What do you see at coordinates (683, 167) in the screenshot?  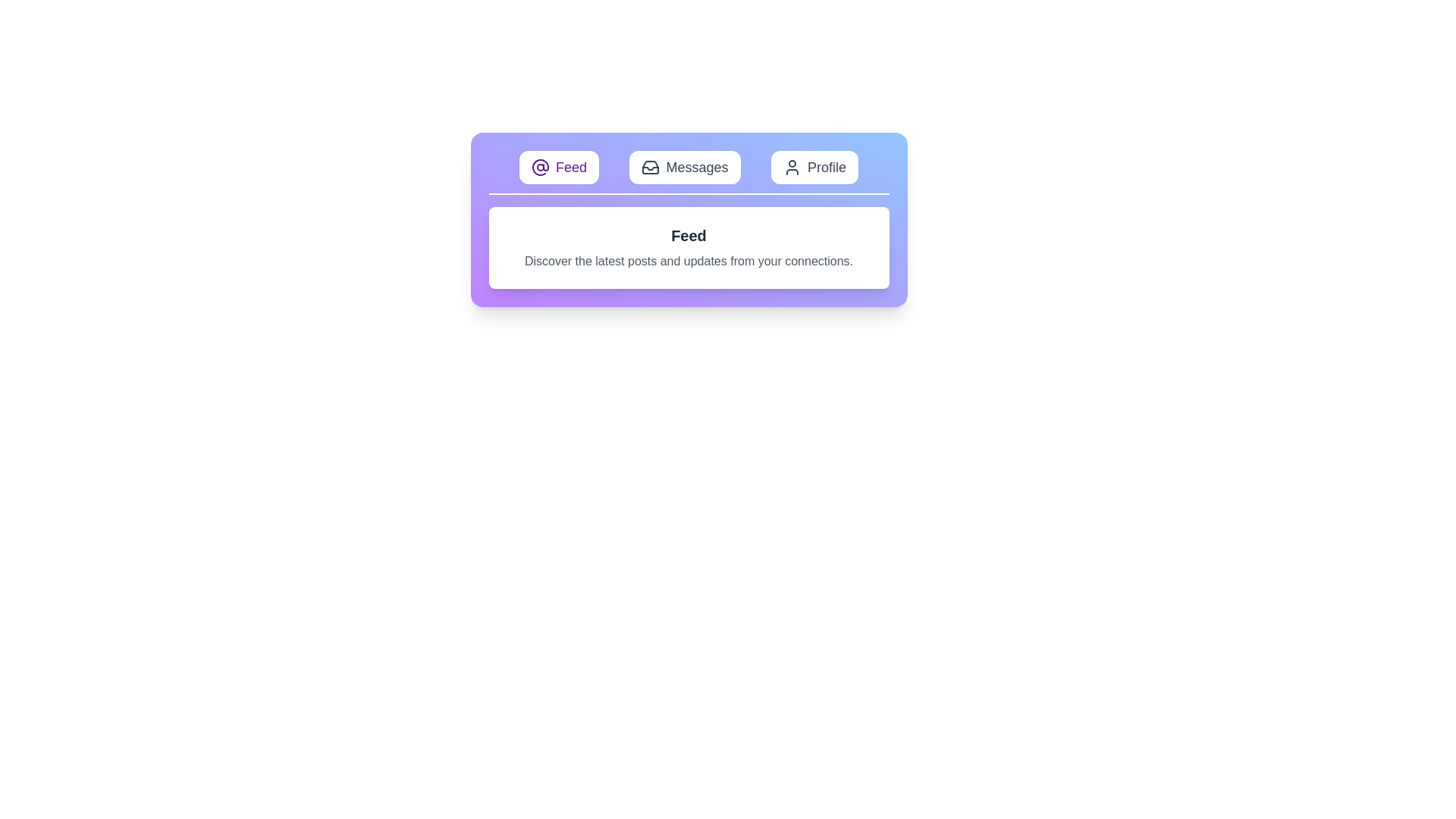 I see `the Messages tab` at bounding box center [683, 167].